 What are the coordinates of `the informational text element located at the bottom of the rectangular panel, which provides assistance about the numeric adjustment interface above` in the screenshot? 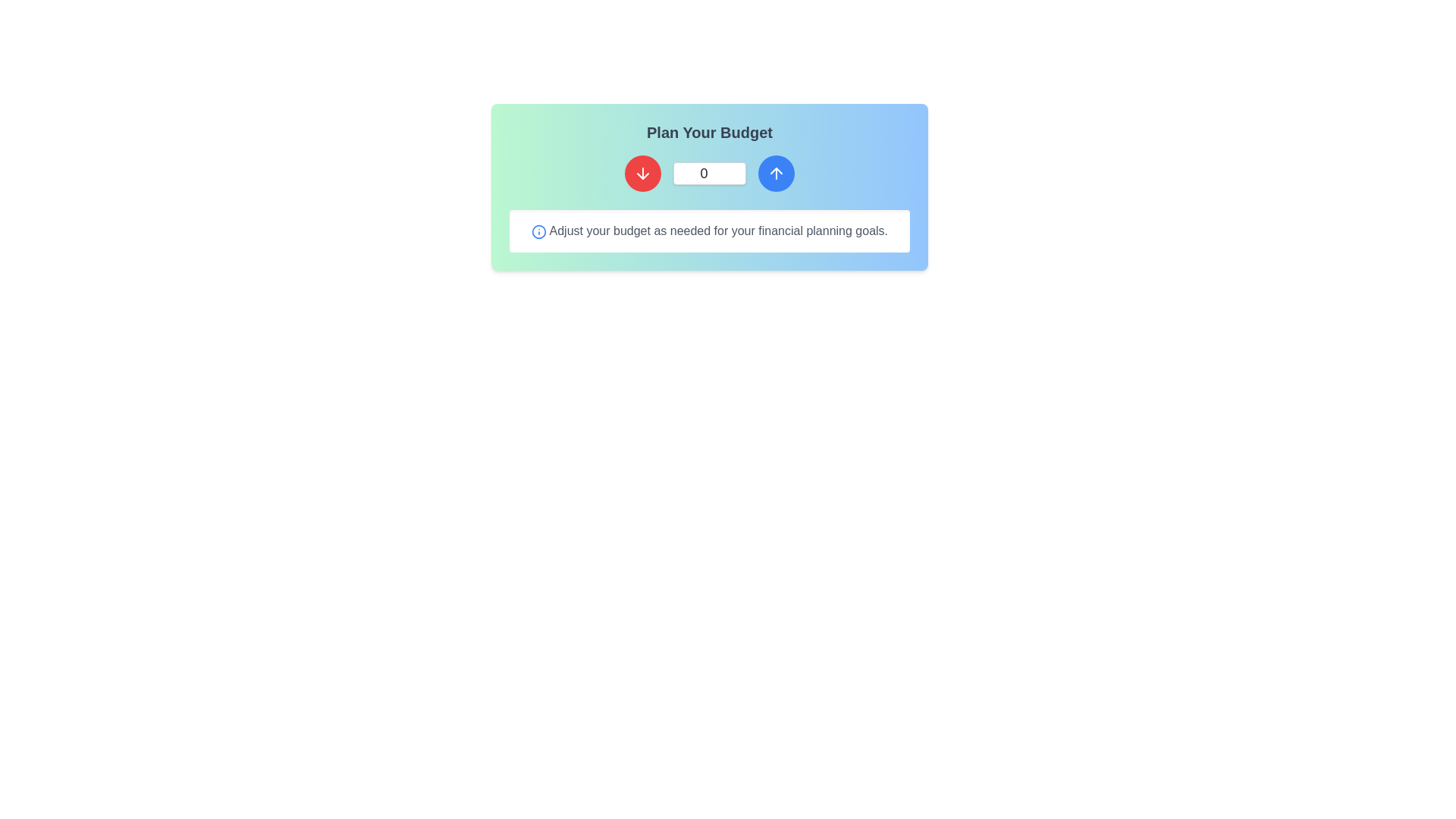 It's located at (709, 231).